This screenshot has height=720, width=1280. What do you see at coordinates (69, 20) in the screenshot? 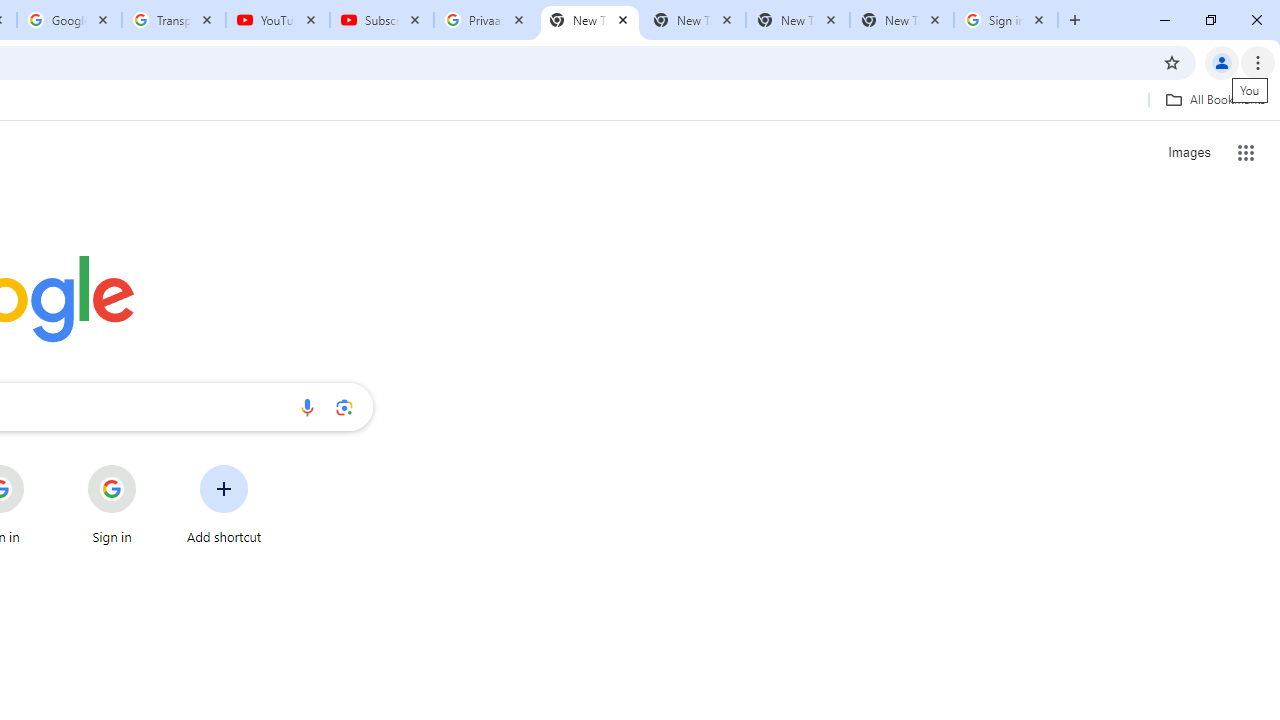
I see `'Google Account'` at bounding box center [69, 20].